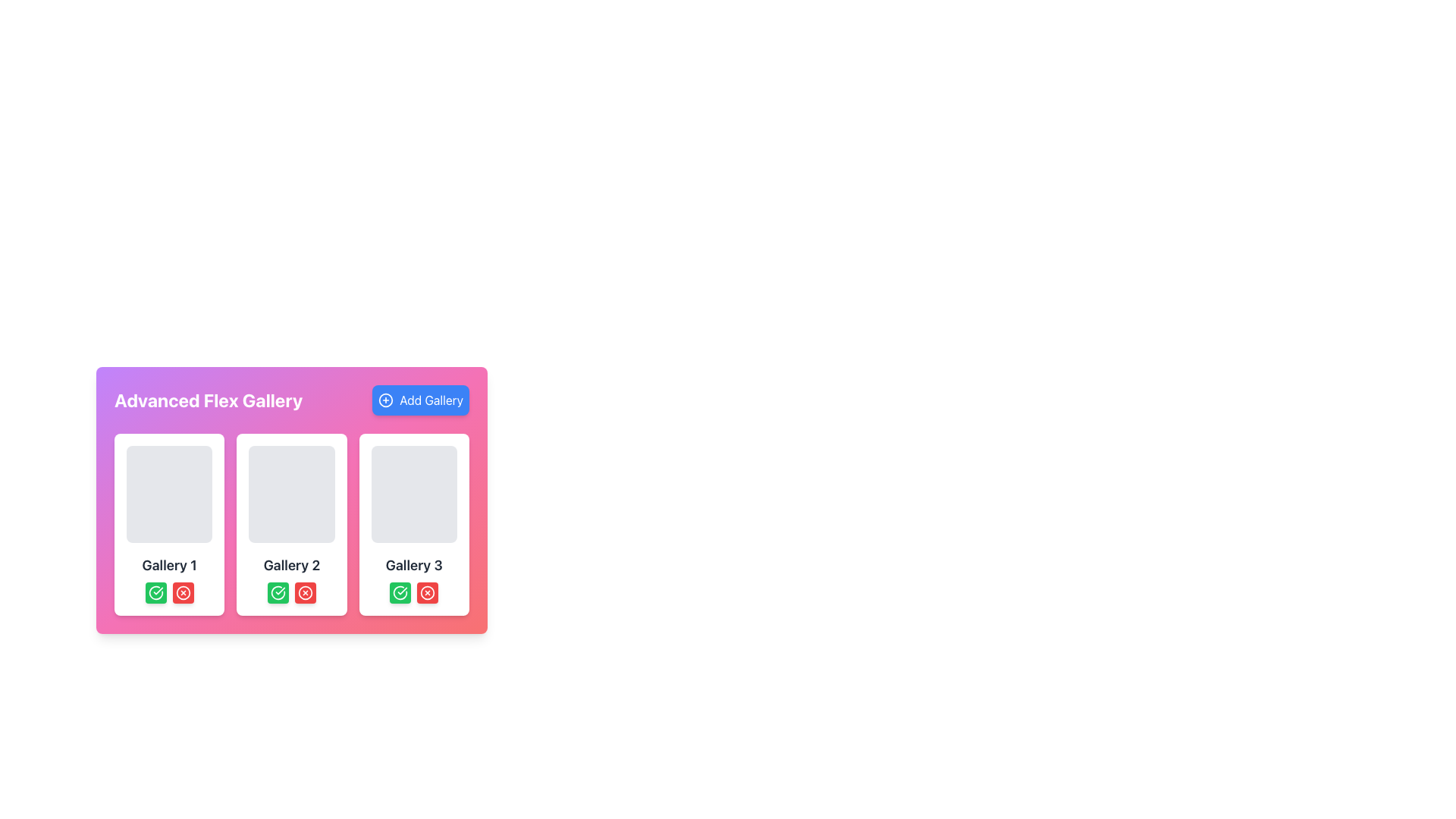 The height and width of the screenshot is (819, 1456). Describe the element at coordinates (291, 565) in the screenshot. I see `text label 'Gallery 2' located in the second card of the grid layout, centered below the image placeholder` at that location.